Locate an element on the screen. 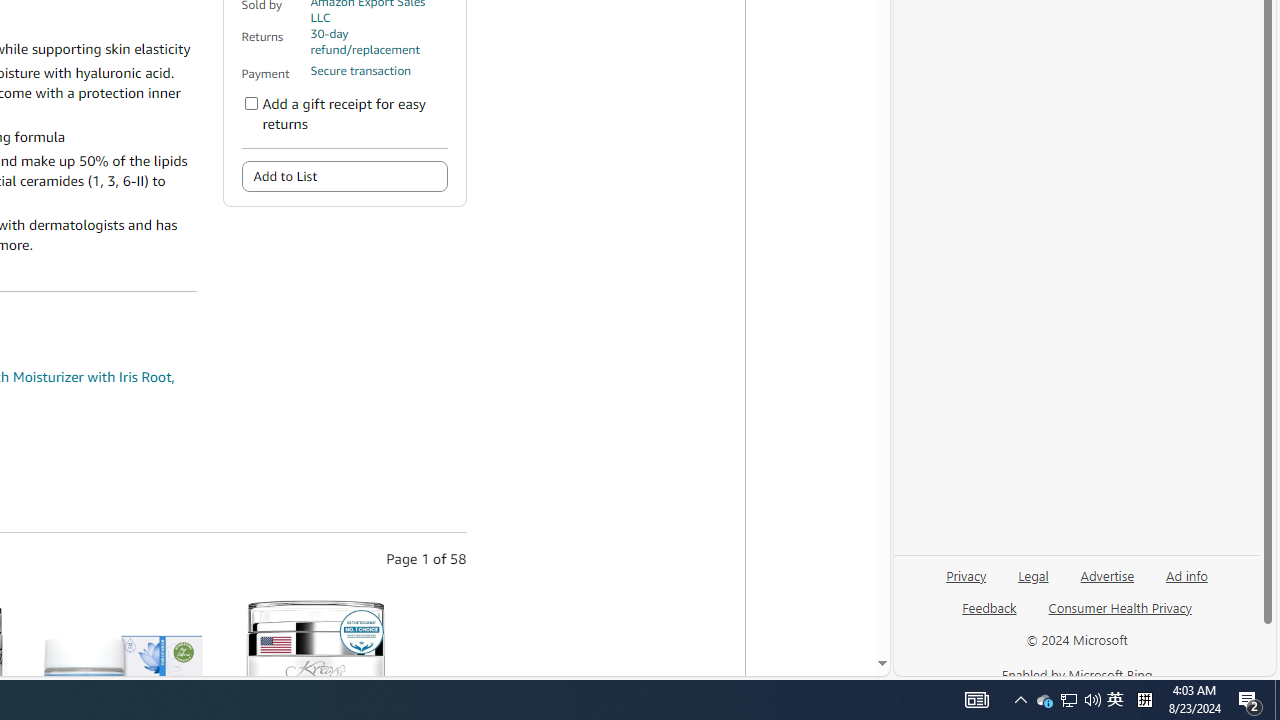 This screenshot has width=1280, height=720. 'Legal' is located at coordinates (1033, 574).